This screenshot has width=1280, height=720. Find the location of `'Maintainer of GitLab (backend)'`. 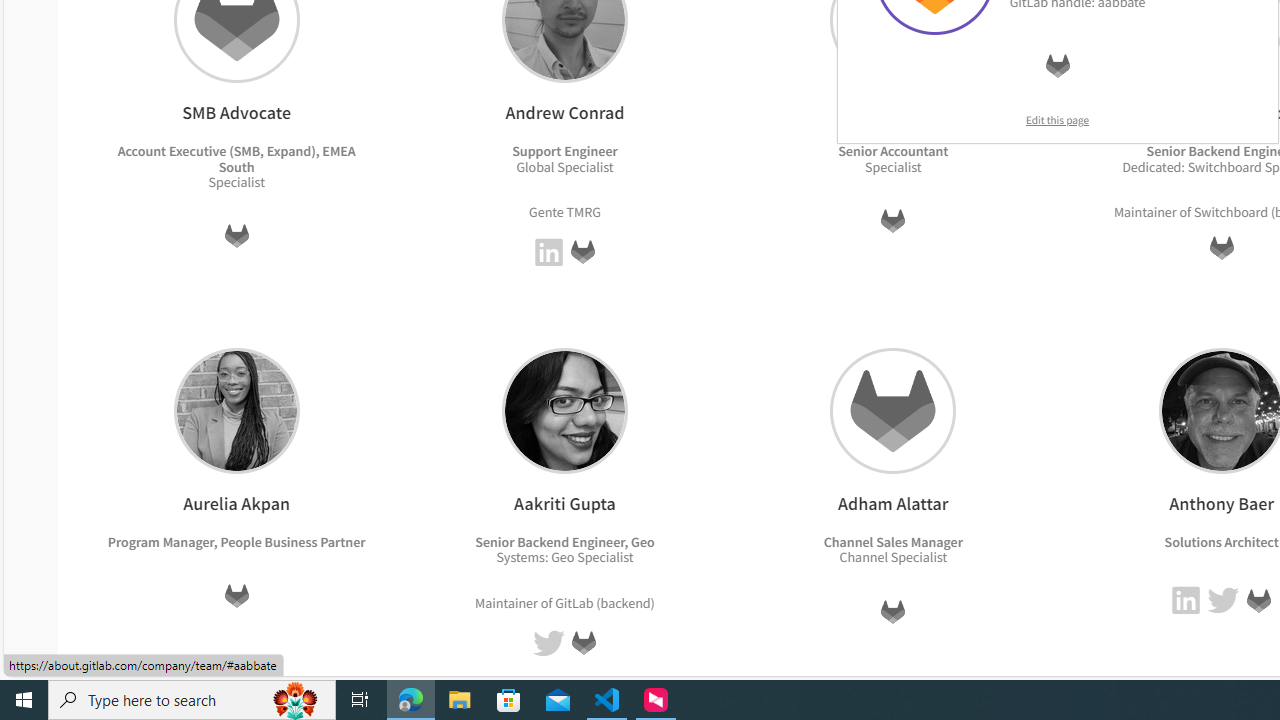

'Maintainer of GitLab (backend)' is located at coordinates (564, 601).